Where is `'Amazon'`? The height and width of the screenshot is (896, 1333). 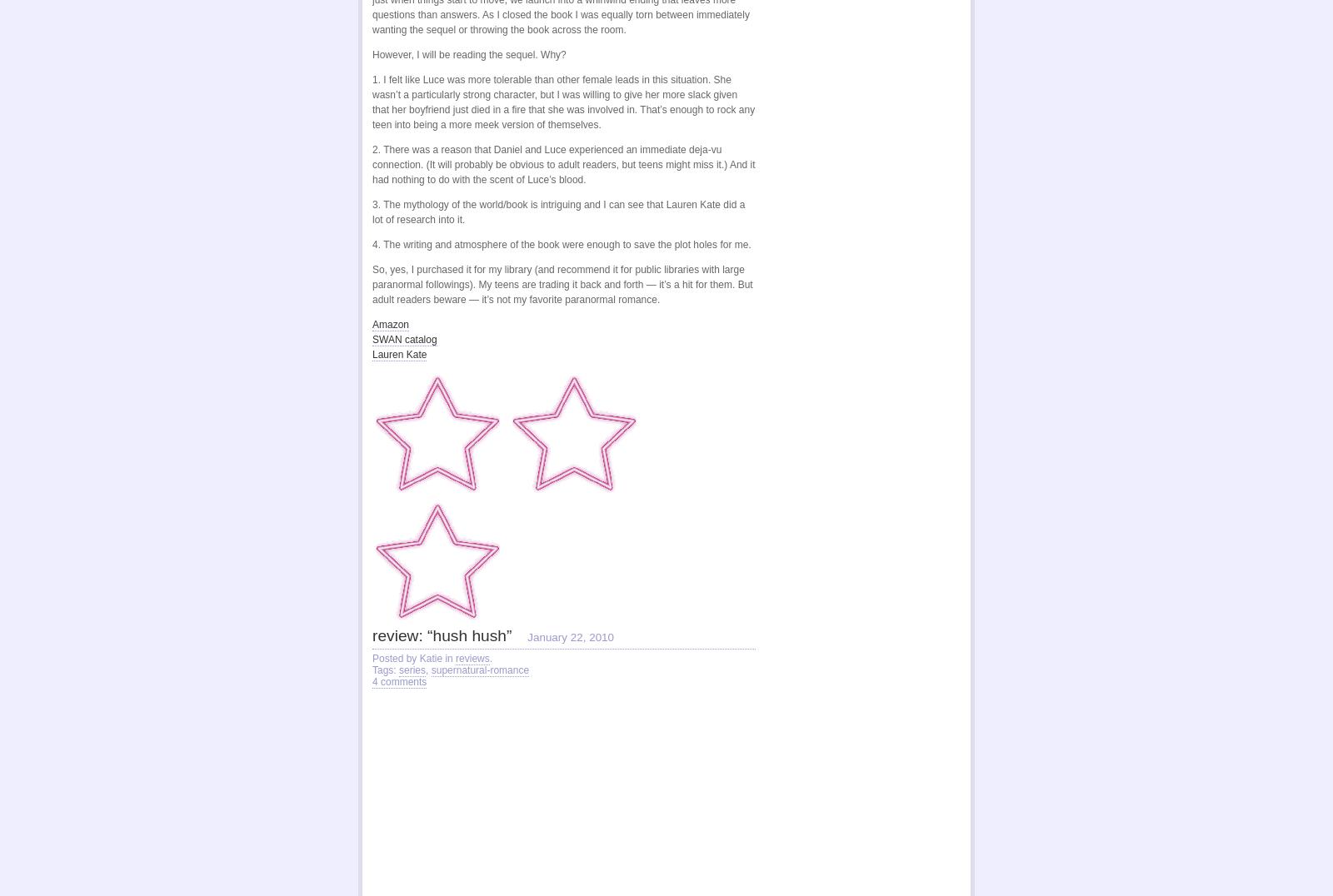
'Amazon' is located at coordinates (389, 319).